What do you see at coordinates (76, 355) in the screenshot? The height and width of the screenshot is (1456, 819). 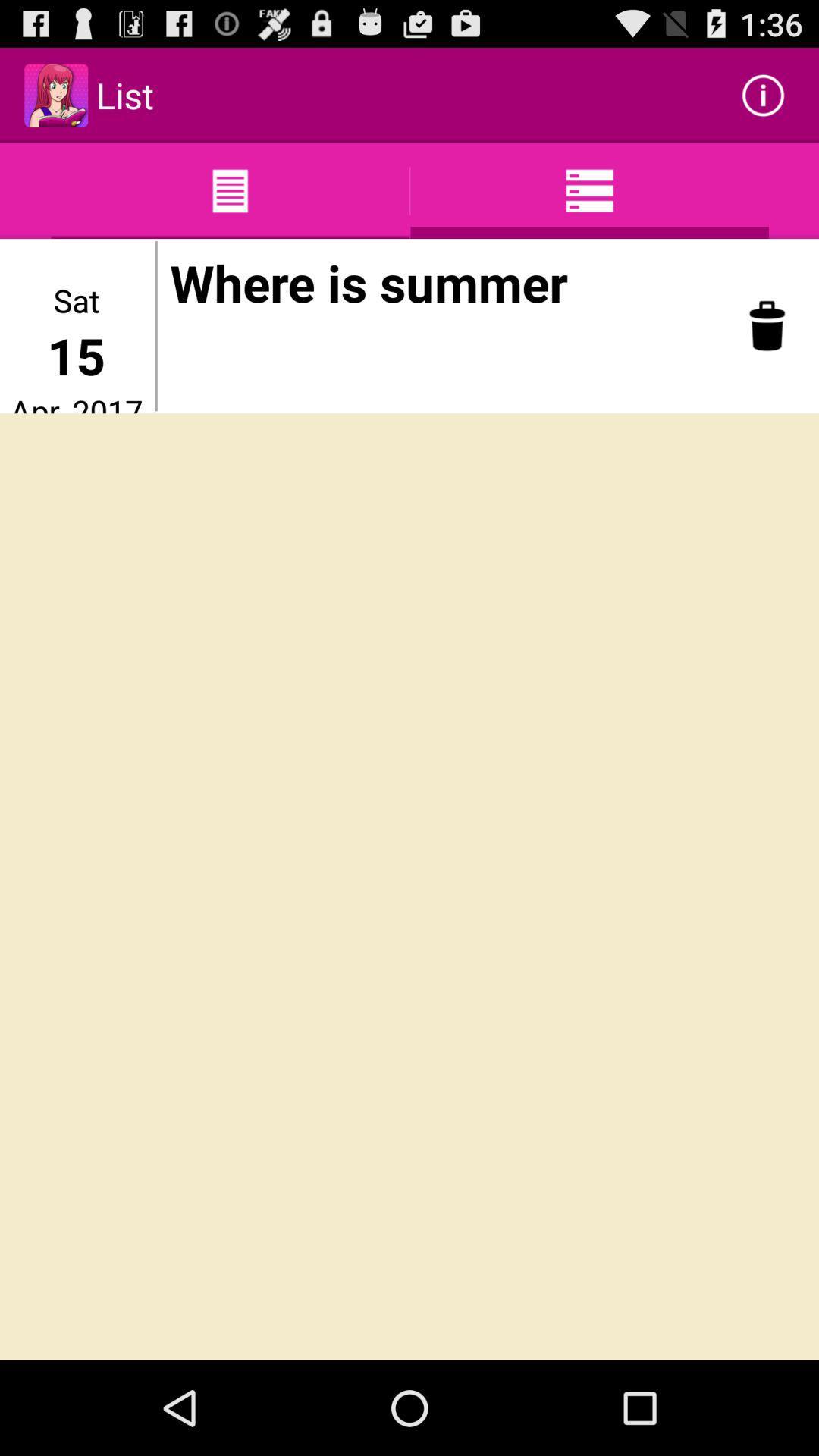 I see `item above apr, 2017 item` at bounding box center [76, 355].